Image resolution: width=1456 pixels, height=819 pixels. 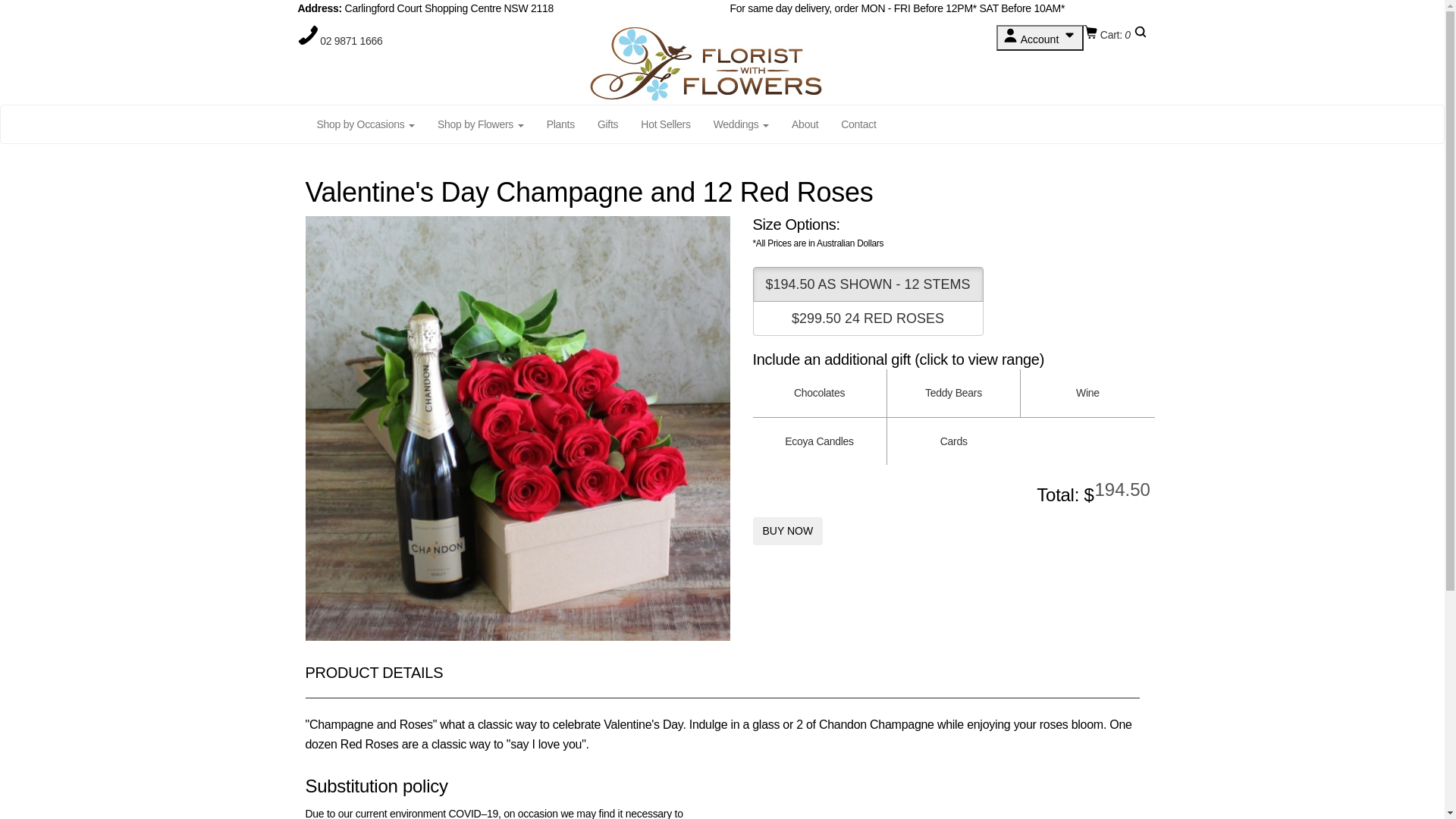 I want to click on 'Chocolates', so click(x=792, y=391).